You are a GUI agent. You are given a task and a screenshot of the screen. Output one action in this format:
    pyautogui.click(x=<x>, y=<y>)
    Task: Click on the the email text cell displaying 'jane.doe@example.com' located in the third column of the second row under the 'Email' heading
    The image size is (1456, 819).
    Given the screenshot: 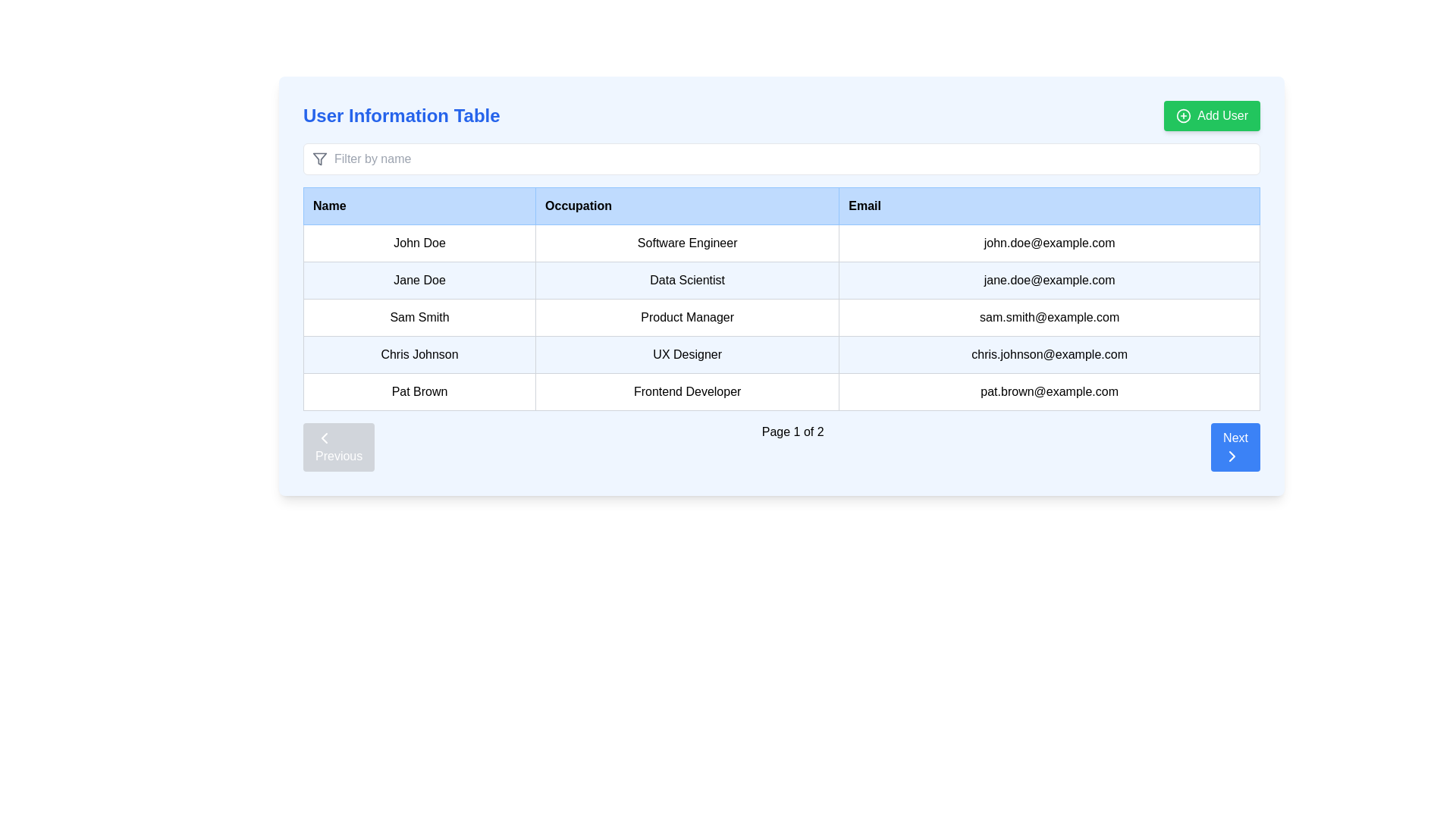 What is the action you would take?
    pyautogui.click(x=1049, y=281)
    